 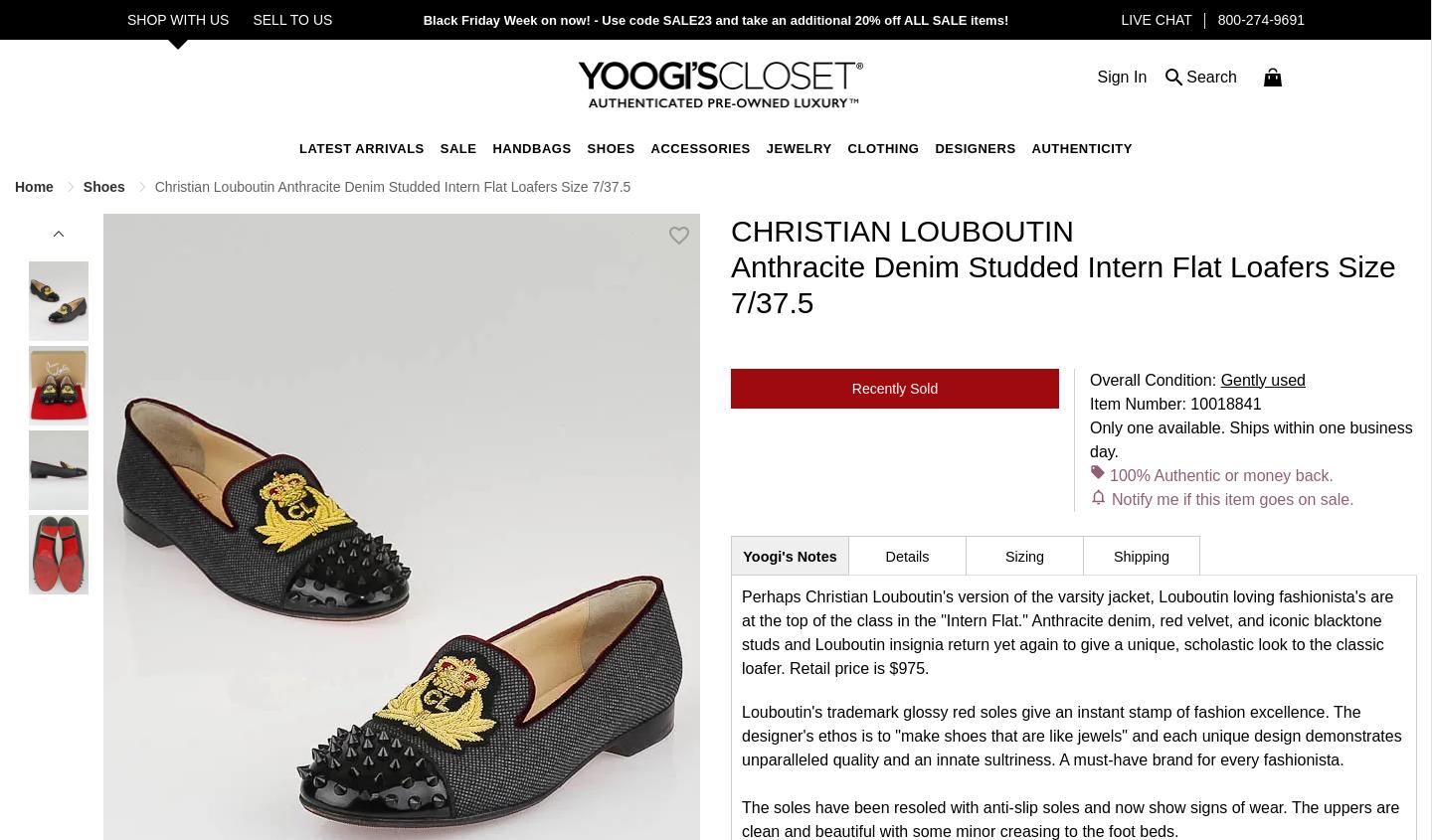 What do you see at coordinates (906, 554) in the screenshot?
I see `'Details'` at bounding box center [906, 554].